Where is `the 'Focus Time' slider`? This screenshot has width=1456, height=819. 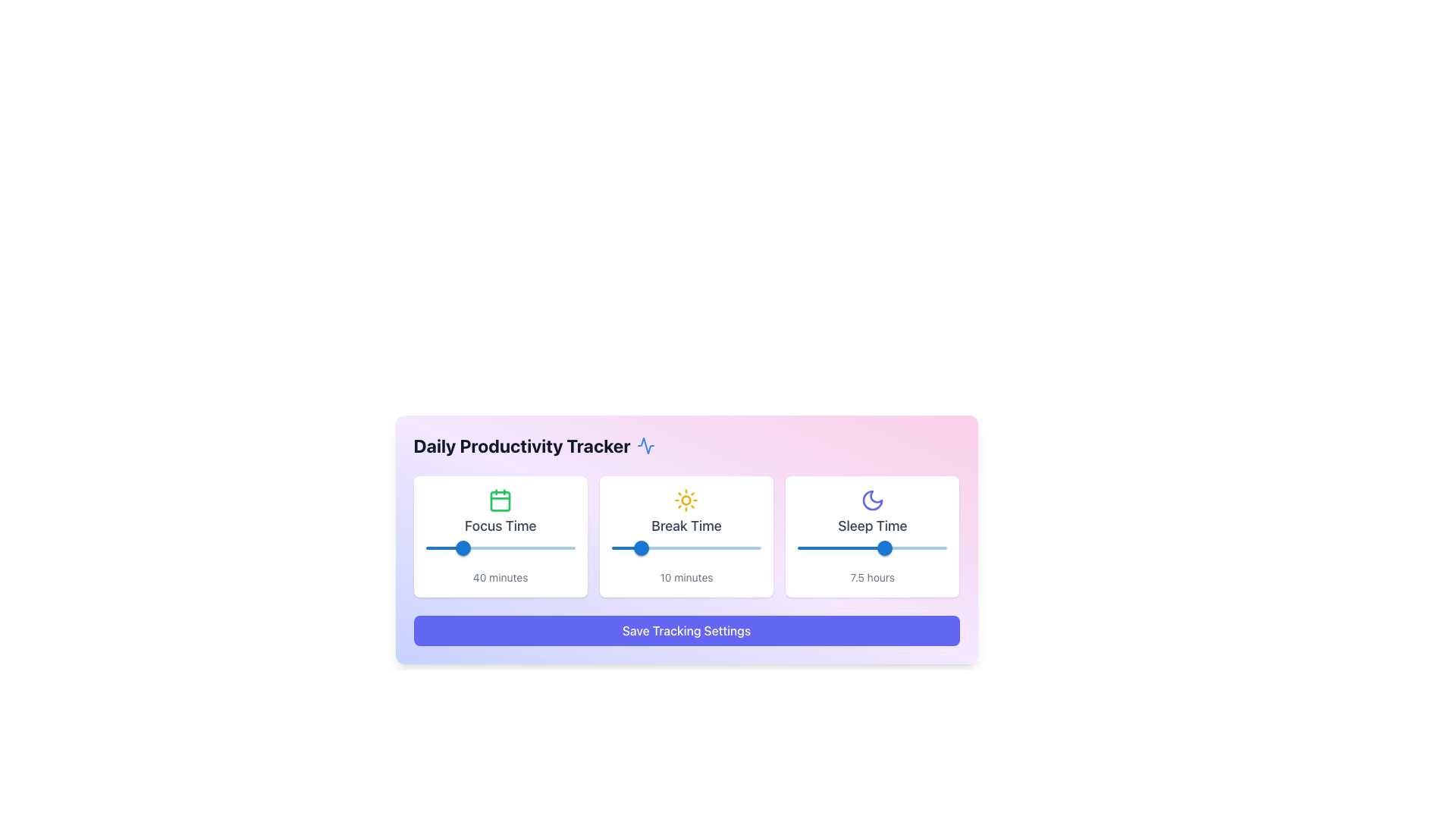
the 'Focus Time' slider is located at coordinates (409, 546).